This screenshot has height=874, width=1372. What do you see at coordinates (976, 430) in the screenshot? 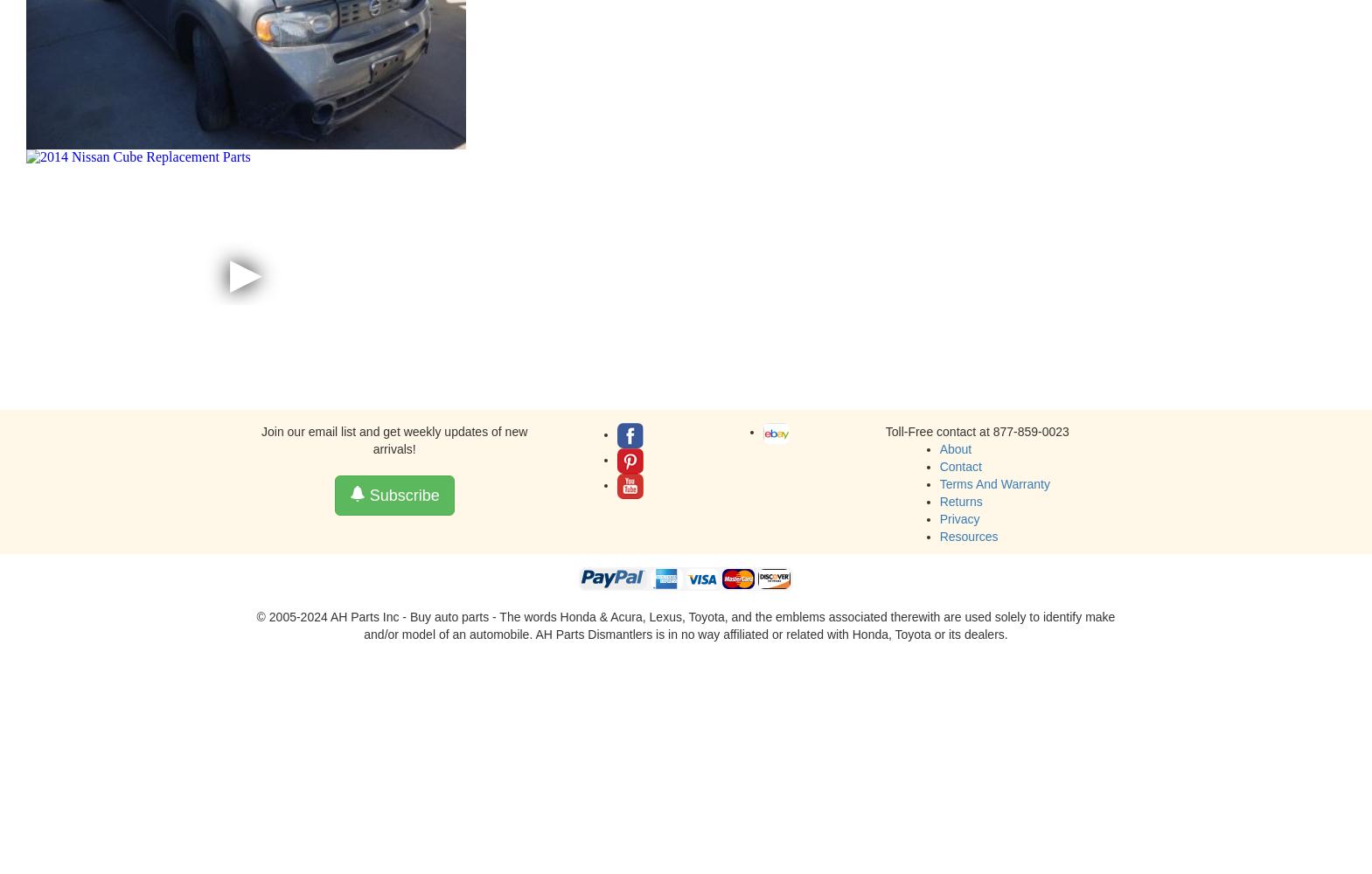
I see `'Toll-Free contact at 877-859-0023'` at bounding box center [976, 430].